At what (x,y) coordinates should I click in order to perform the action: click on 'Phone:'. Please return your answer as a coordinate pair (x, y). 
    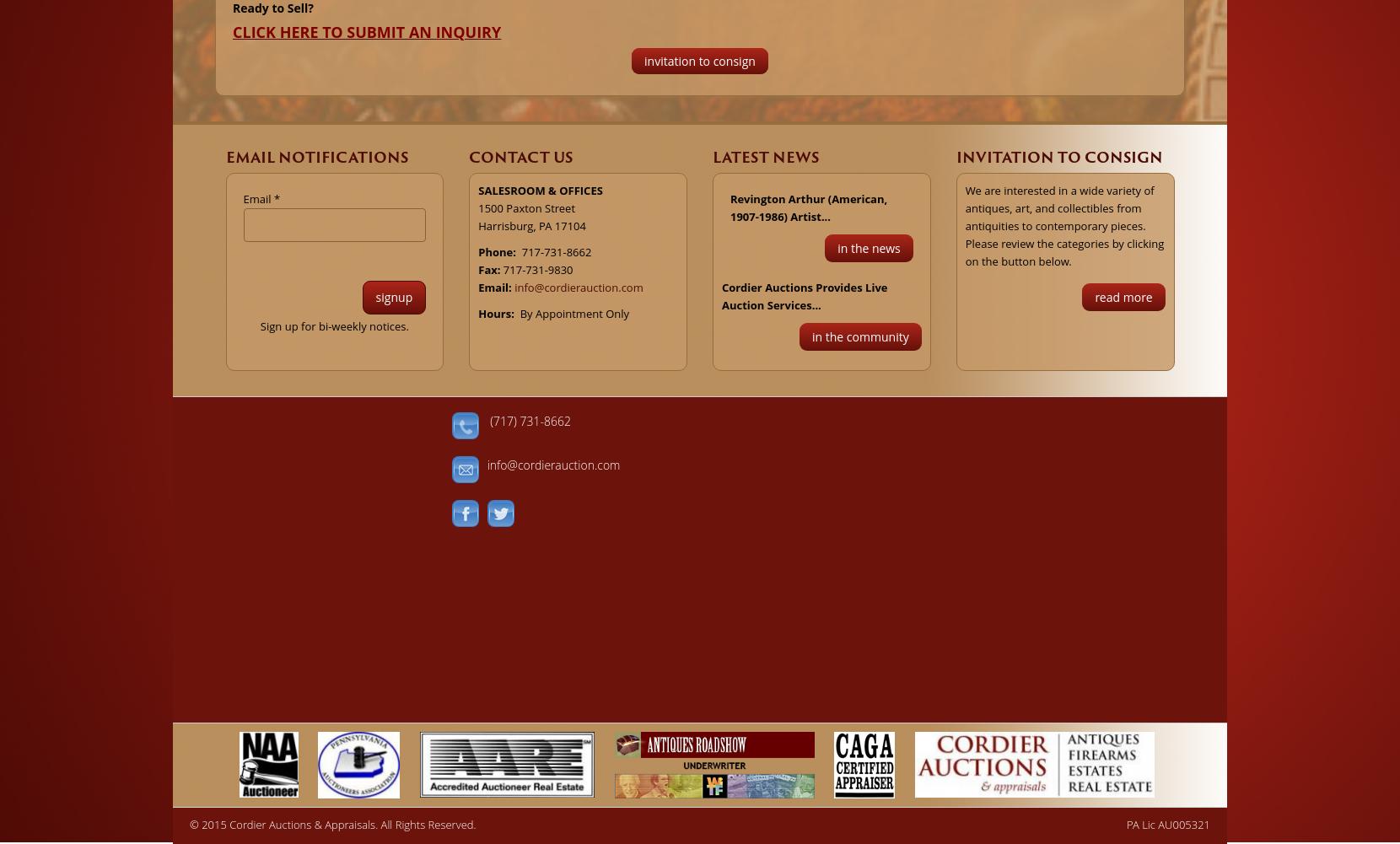
    Looking at the image, I should click on (498, 250).